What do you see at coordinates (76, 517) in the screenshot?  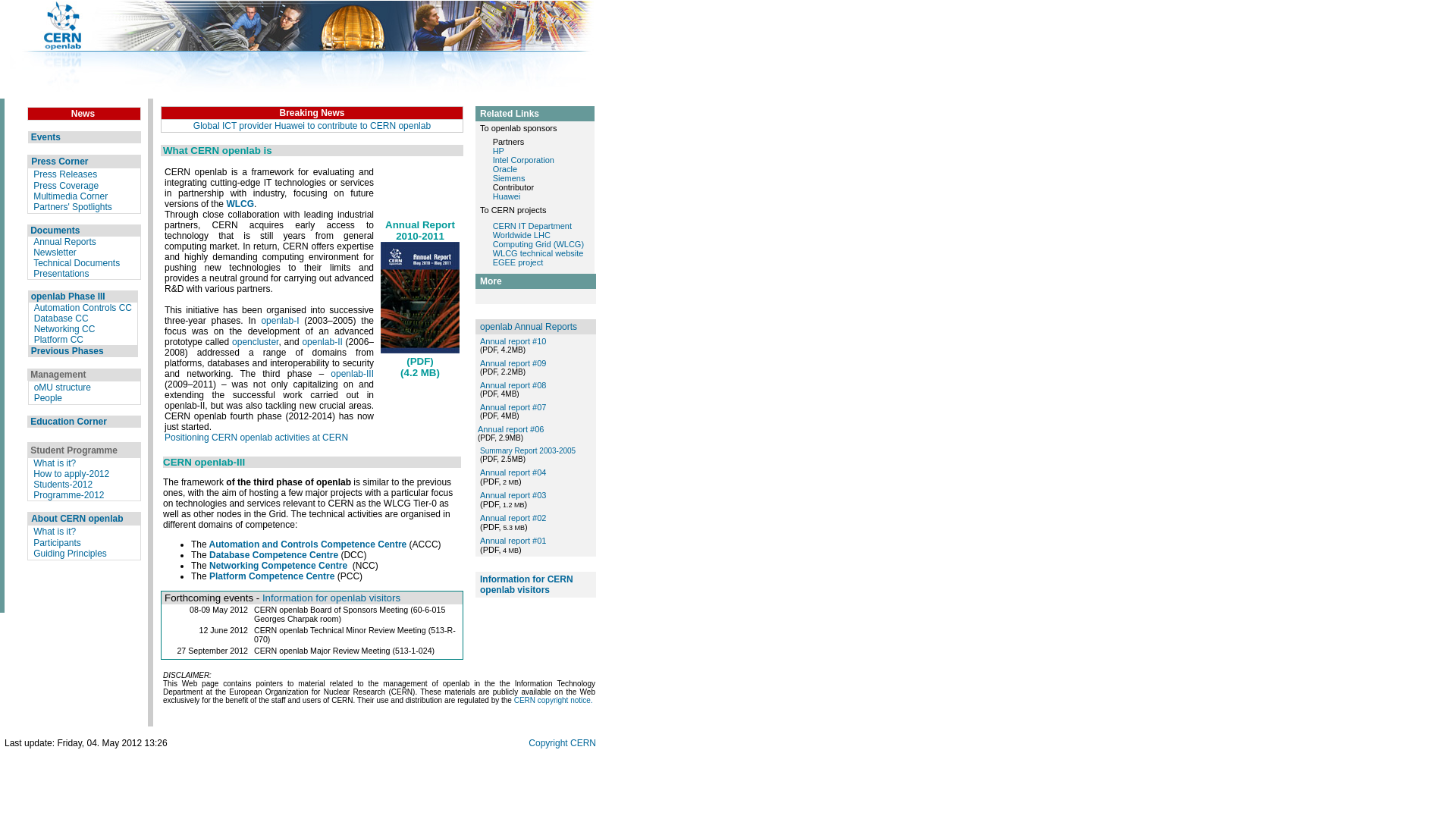 I see `'About CERN openlab'` at bounding box center [76, 517].